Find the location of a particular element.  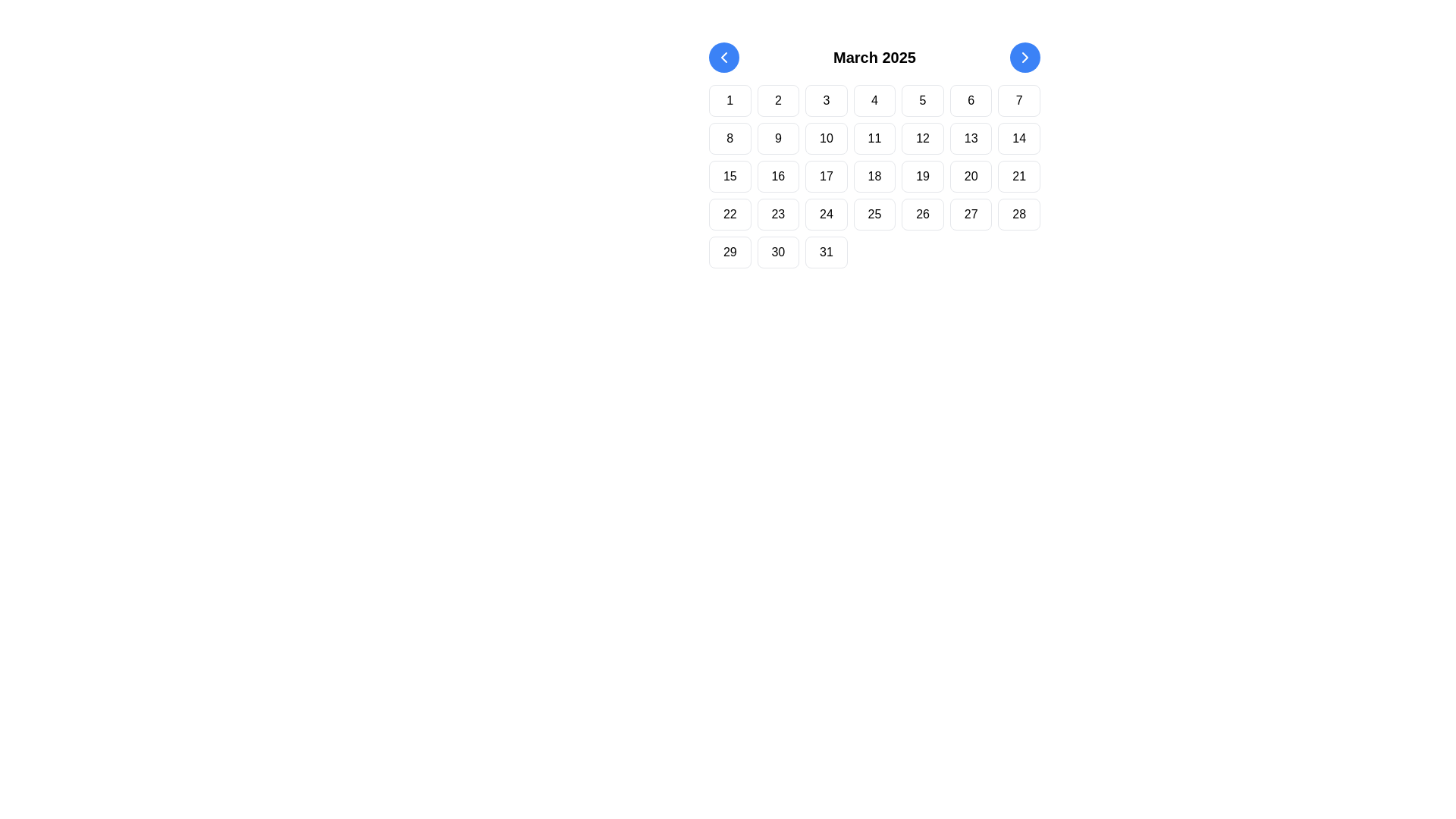

the button located immediately left of the header text 'March 2025' is located at coordinates (723, 57).